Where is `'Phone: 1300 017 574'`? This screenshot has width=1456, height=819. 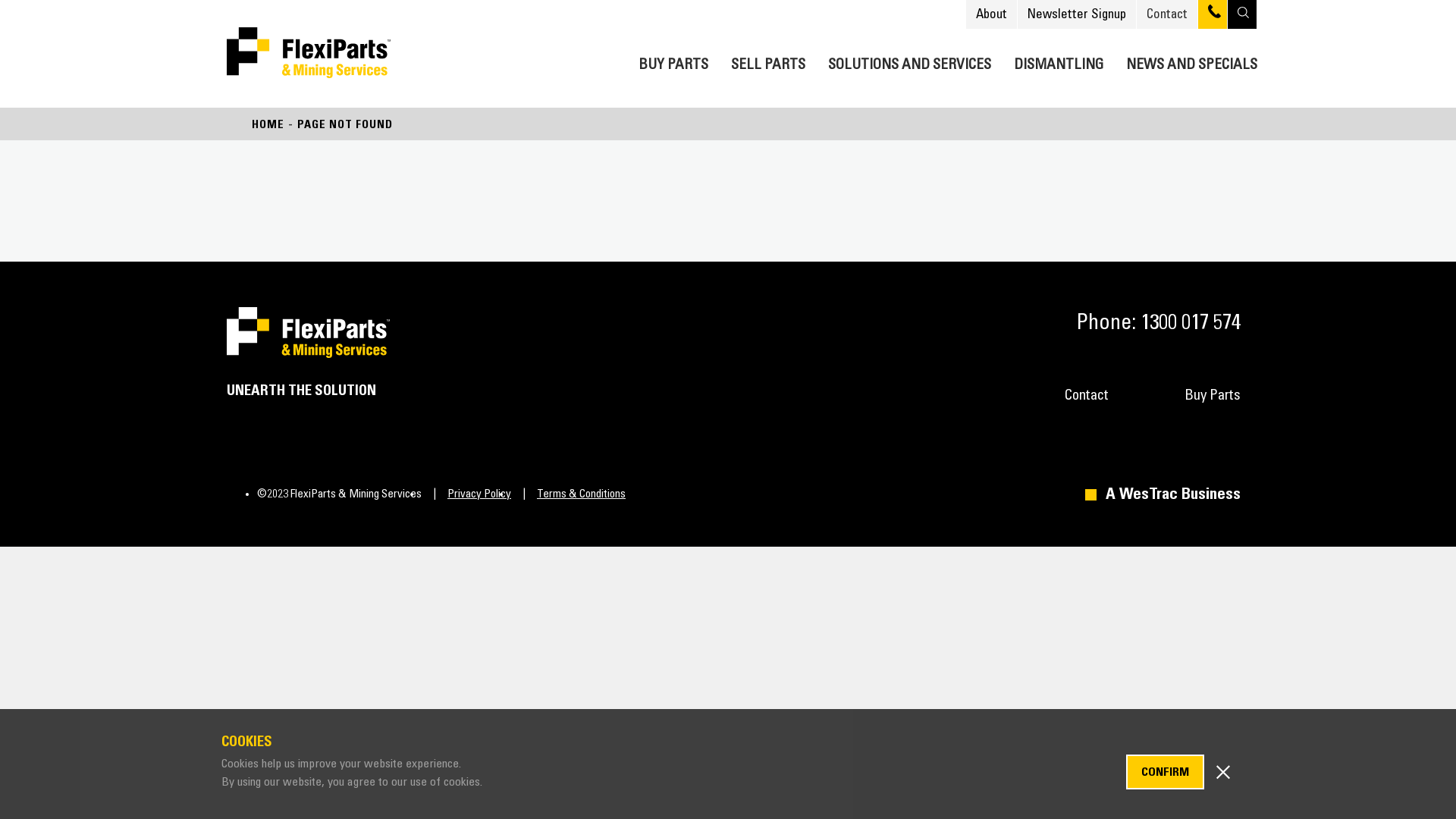
'Phone: 1300 017 574' is located at coordinates (1153, 322).